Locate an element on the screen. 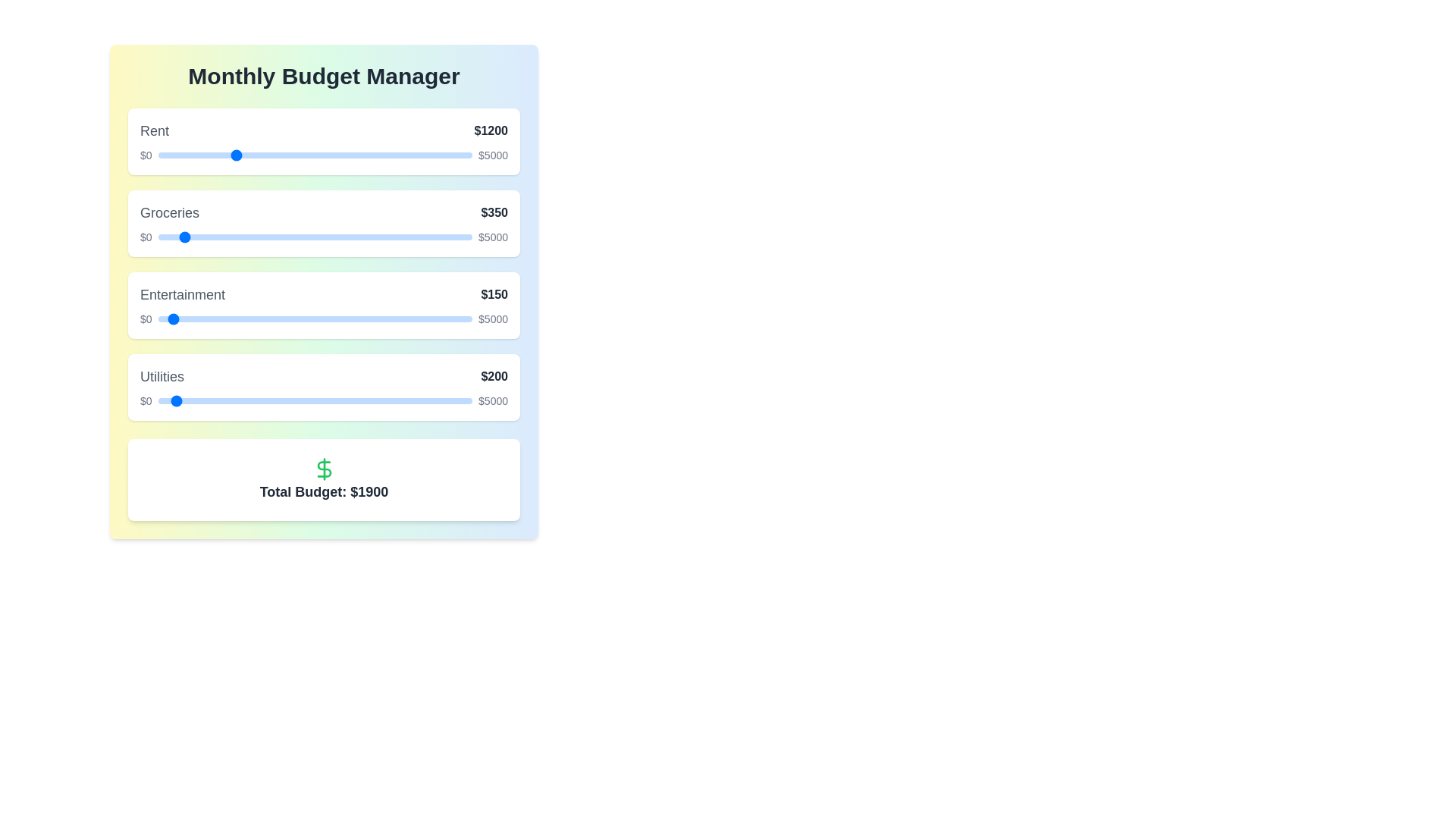 This screenshot has width=1456, height=819. rent budget is located at coordinates (205, 155).